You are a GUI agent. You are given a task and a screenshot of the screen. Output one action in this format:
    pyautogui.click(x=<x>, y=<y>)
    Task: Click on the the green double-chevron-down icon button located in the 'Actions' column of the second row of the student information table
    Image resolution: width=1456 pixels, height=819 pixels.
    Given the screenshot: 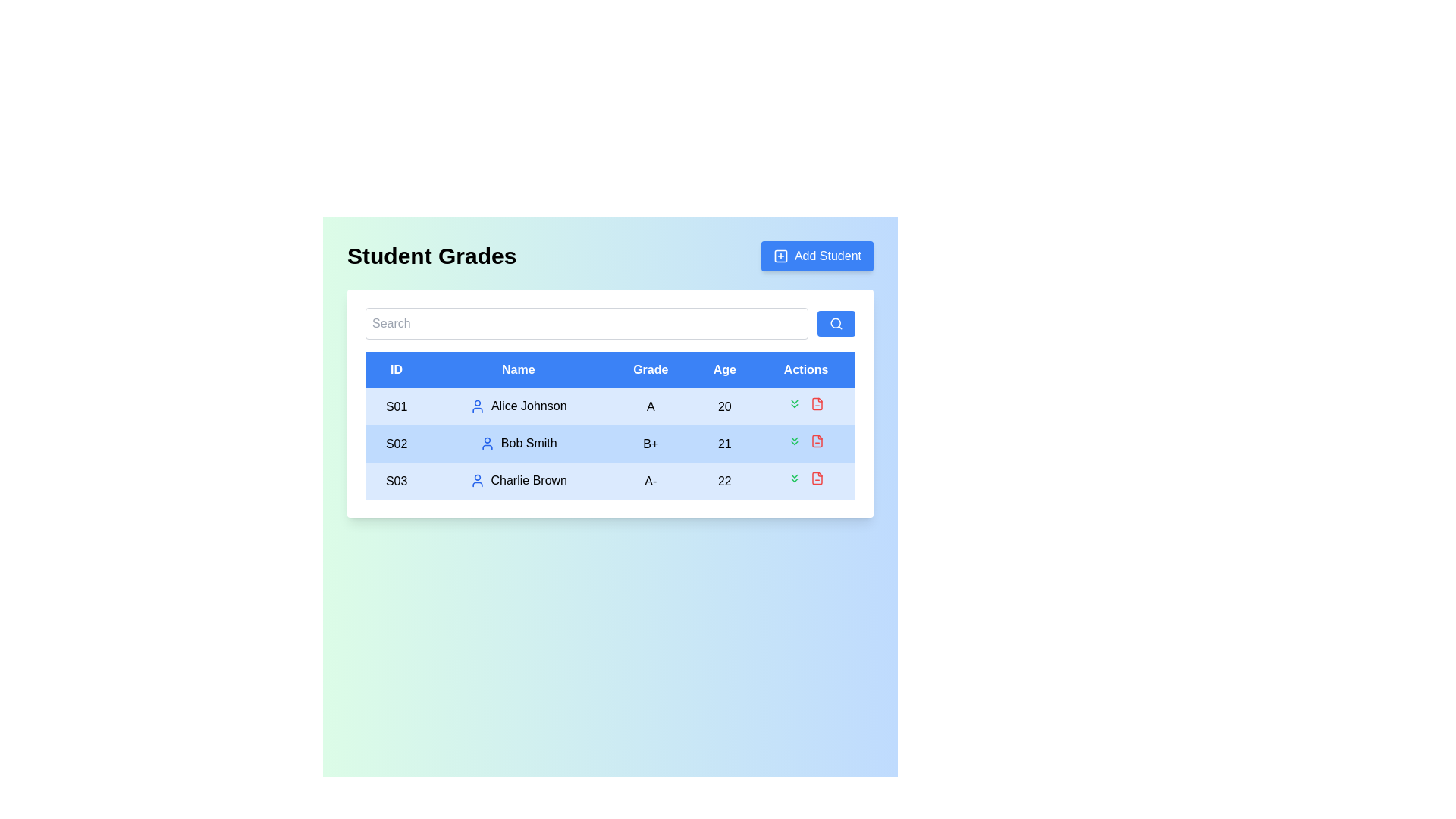 What is the action you would take?
    pyautogui.click(x=794, y=441)
    